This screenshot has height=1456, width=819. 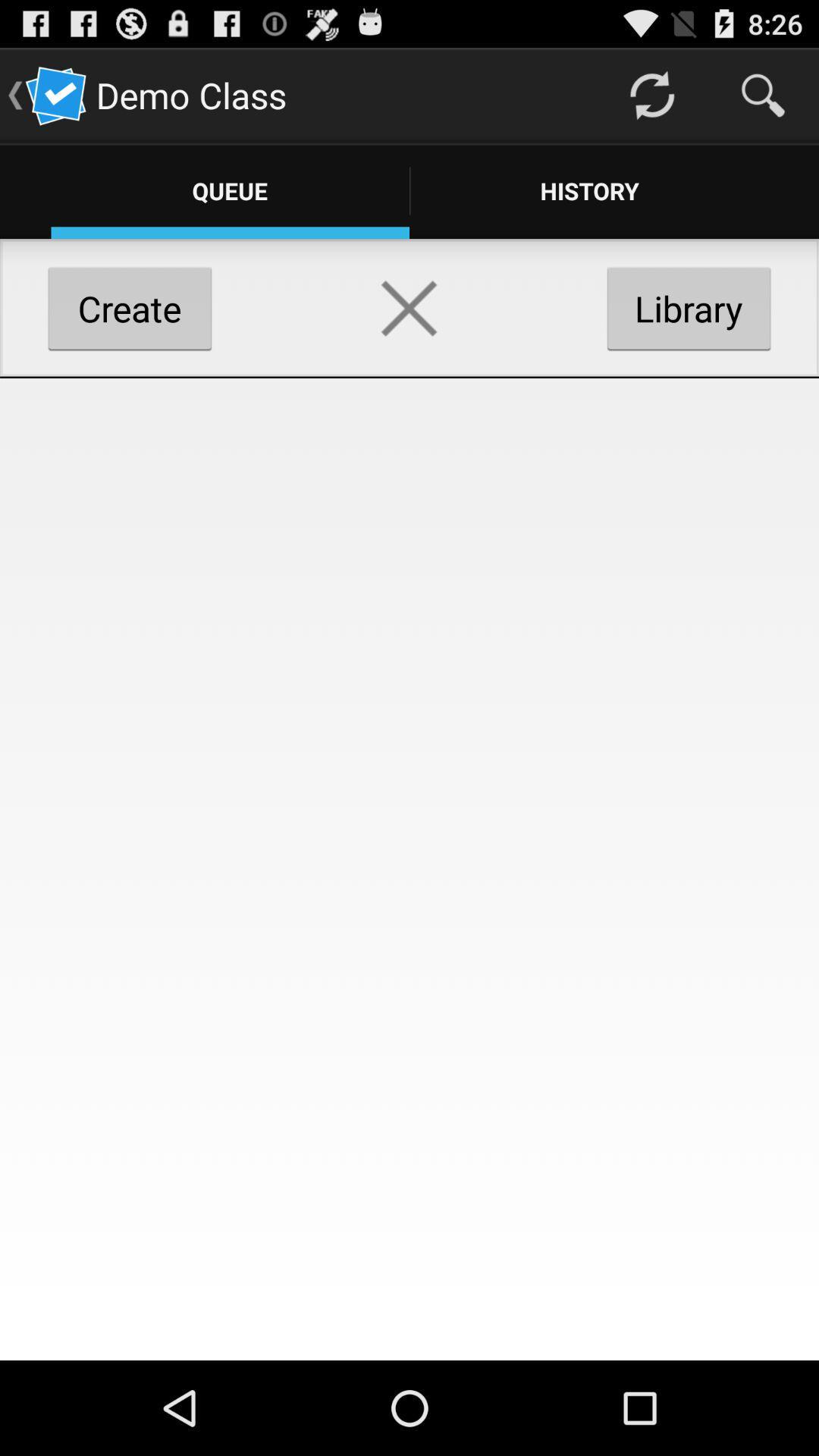 What do you see at coordinates (408, 307) in the screenshot?
I see `delete` at bounding box center [408, 307].